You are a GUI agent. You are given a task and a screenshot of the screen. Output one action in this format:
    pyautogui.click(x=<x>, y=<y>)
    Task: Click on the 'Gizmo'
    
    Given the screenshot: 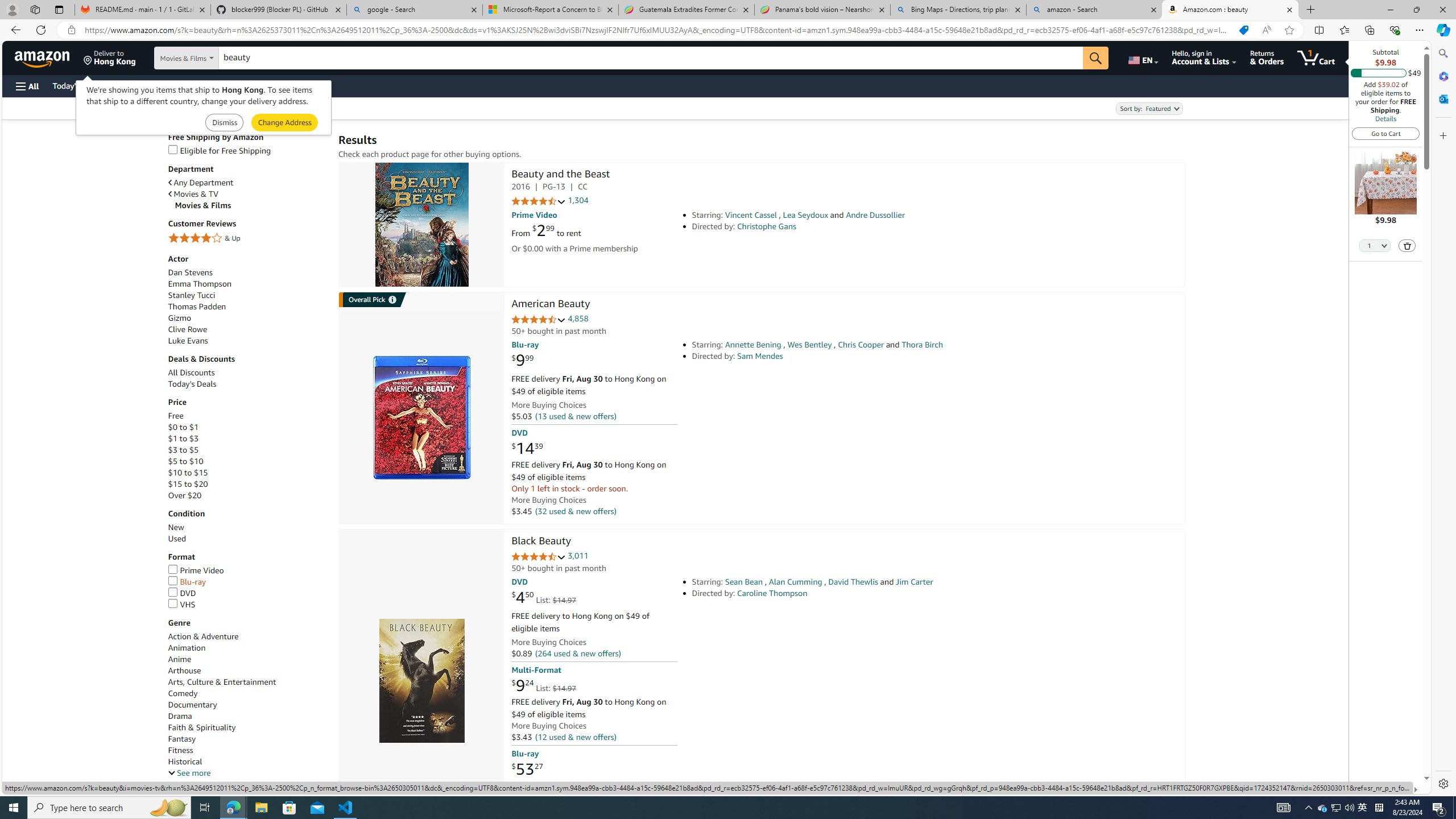 What is the action you would take?
    pyautogui.click(x=179, y=318)
    